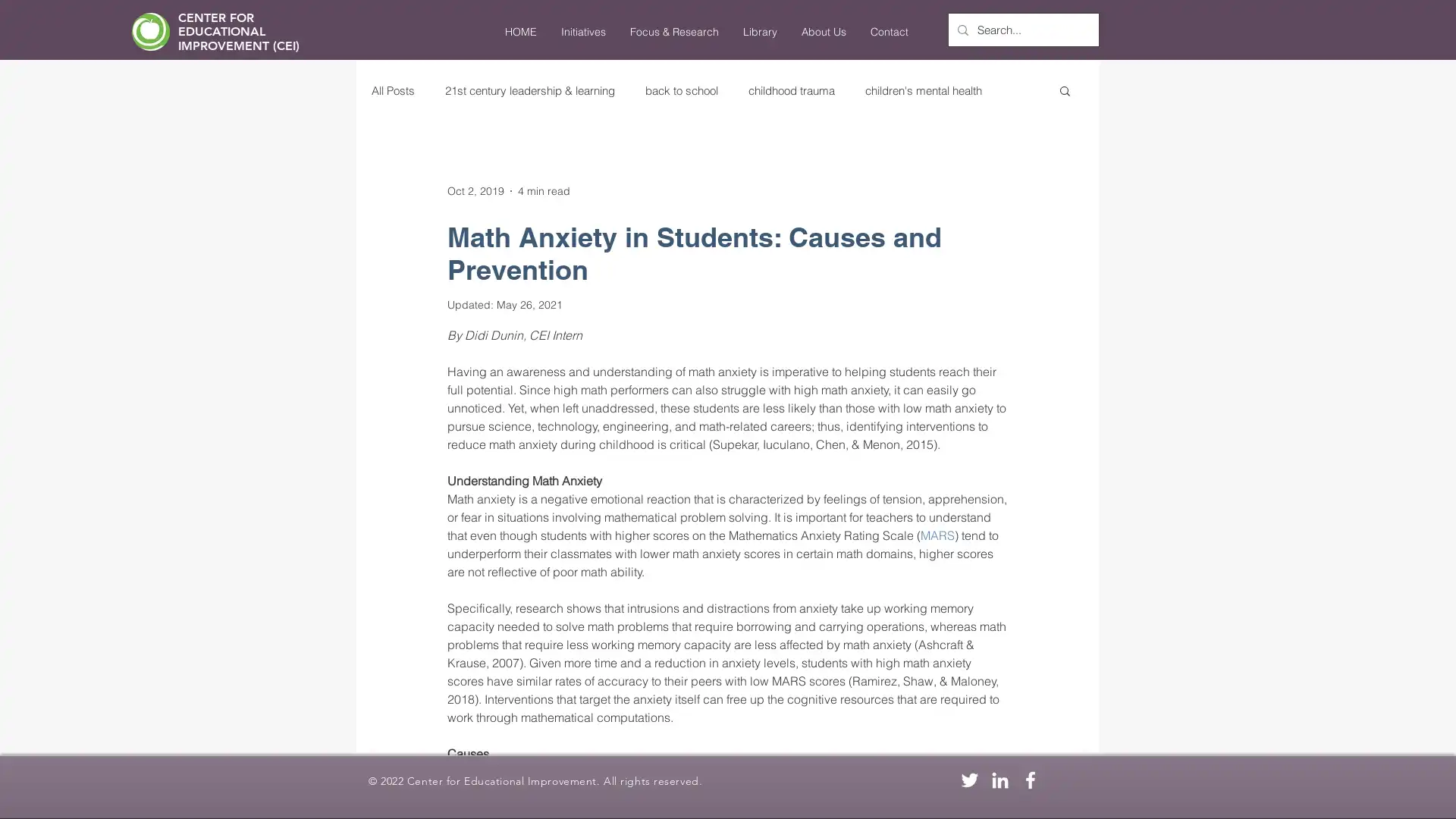  I want to click on back to school, so click(680, 89).